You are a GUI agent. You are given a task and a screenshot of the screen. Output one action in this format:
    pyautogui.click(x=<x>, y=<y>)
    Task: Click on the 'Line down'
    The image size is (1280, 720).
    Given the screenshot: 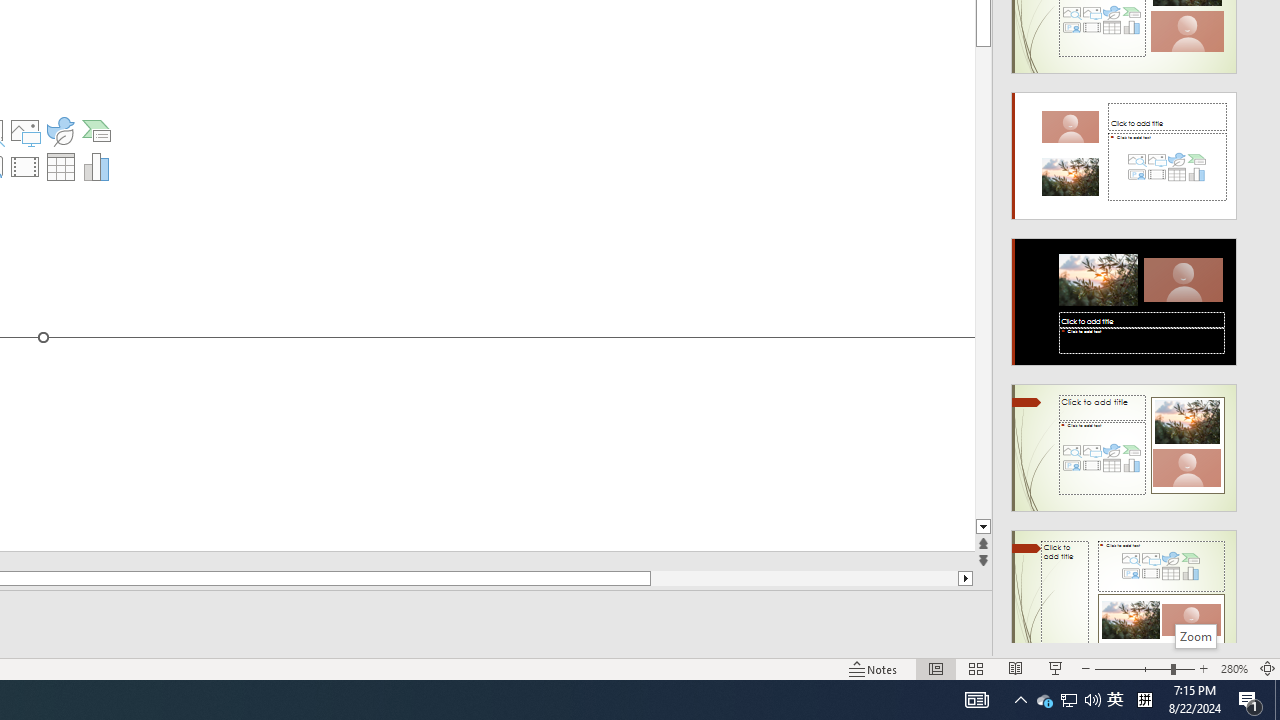 What is the action you would take?
    pyautogui.click(x=983, y=526)
    